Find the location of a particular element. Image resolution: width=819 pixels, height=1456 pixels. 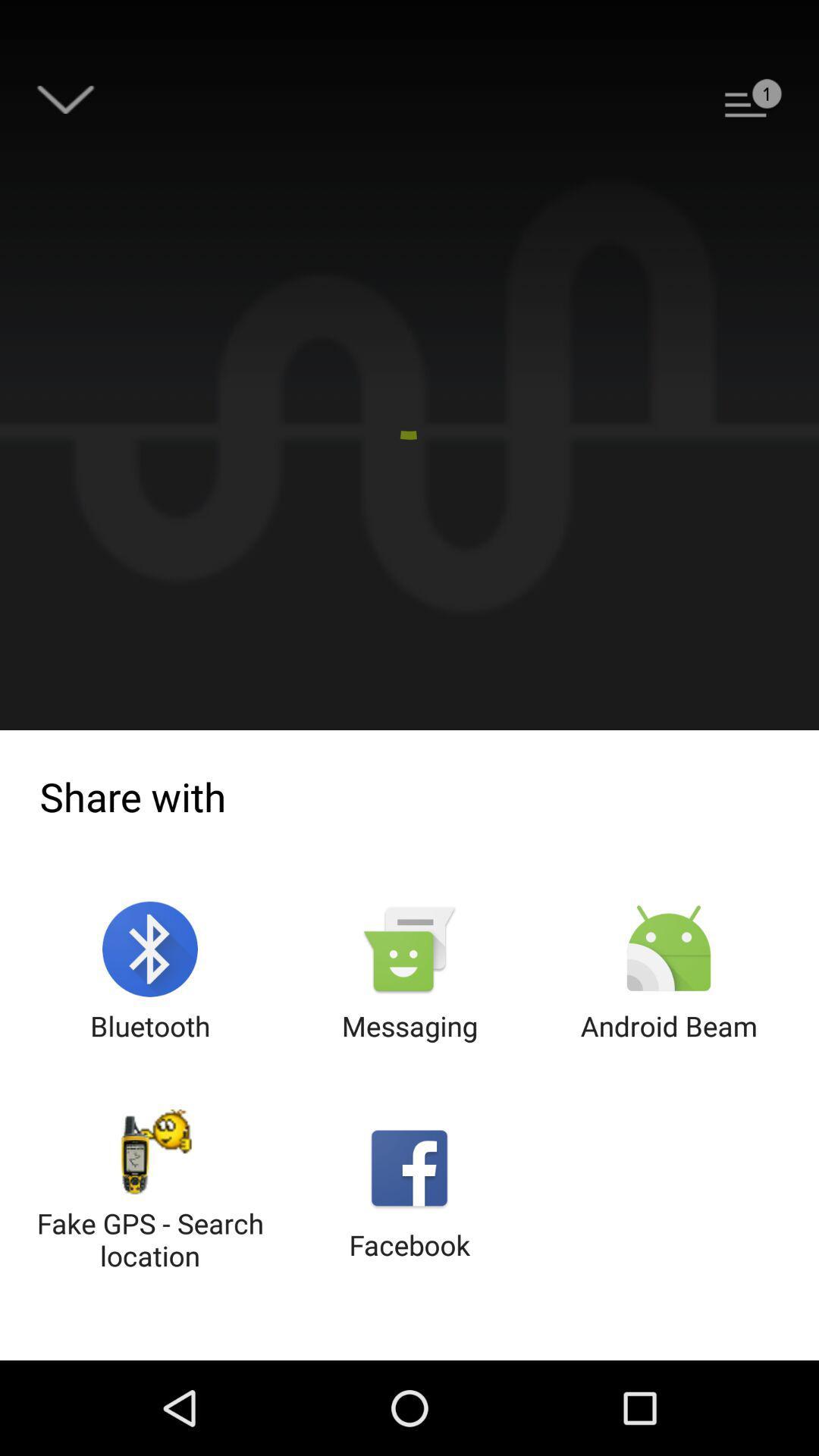

the icon next to messaging is located at coordinates (150, 973).